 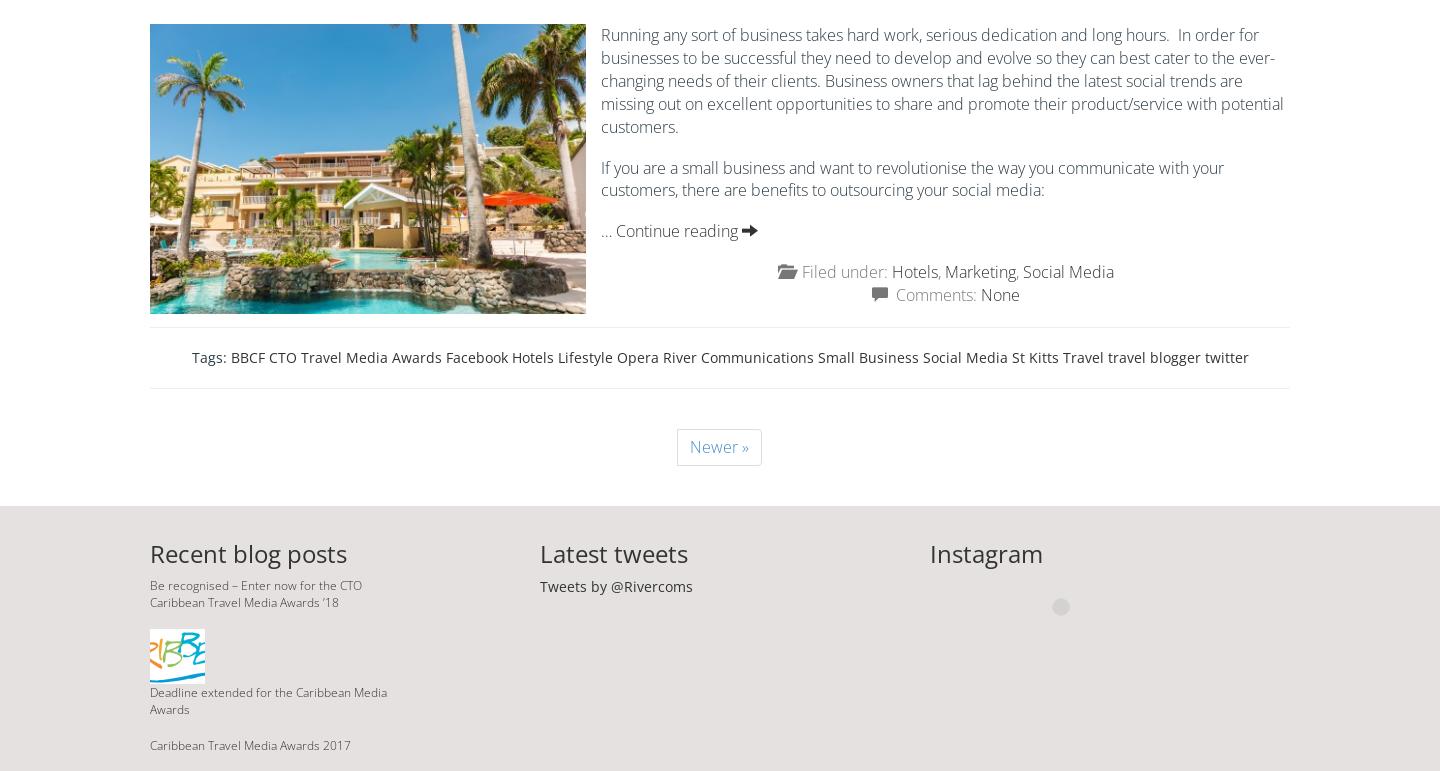 What do you see at coordinates (671, 229) in the screenshot?
I see `'… Continue reading'` at bounding box center [671, 229].